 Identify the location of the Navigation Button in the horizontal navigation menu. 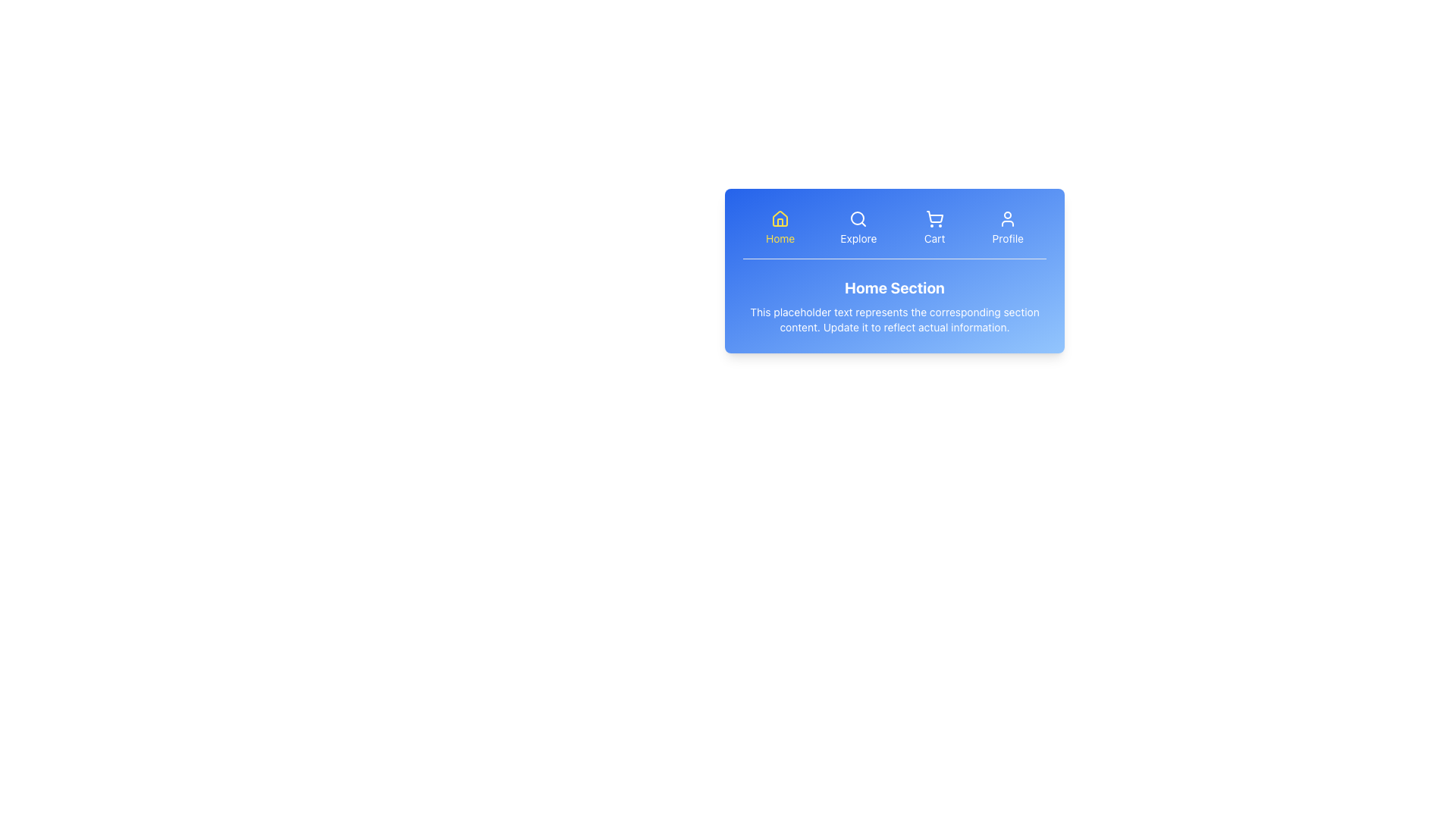
(858, 227).